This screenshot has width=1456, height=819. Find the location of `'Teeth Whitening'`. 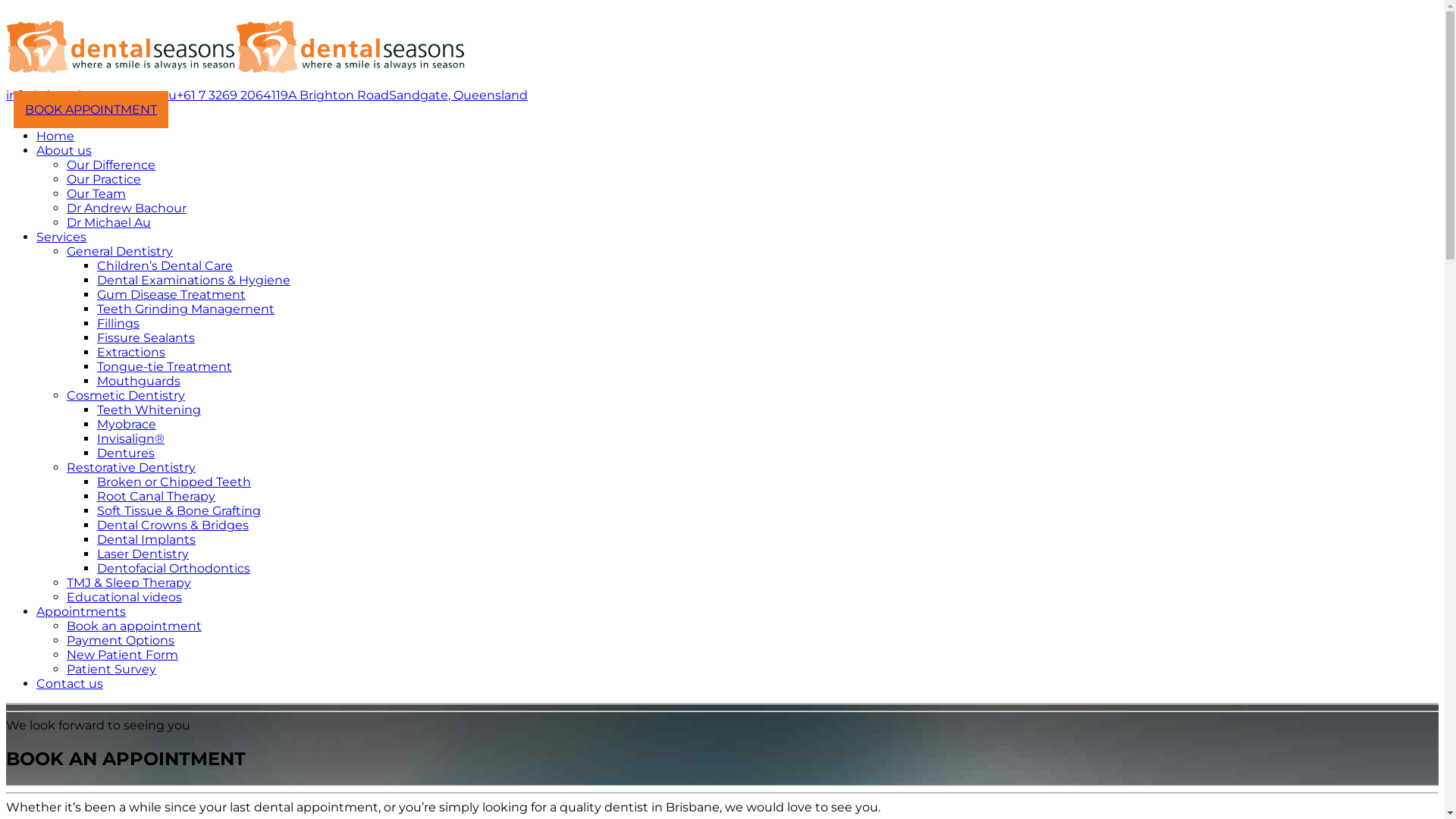

'Teeth Whitening' is located at coordinates (149, 409).